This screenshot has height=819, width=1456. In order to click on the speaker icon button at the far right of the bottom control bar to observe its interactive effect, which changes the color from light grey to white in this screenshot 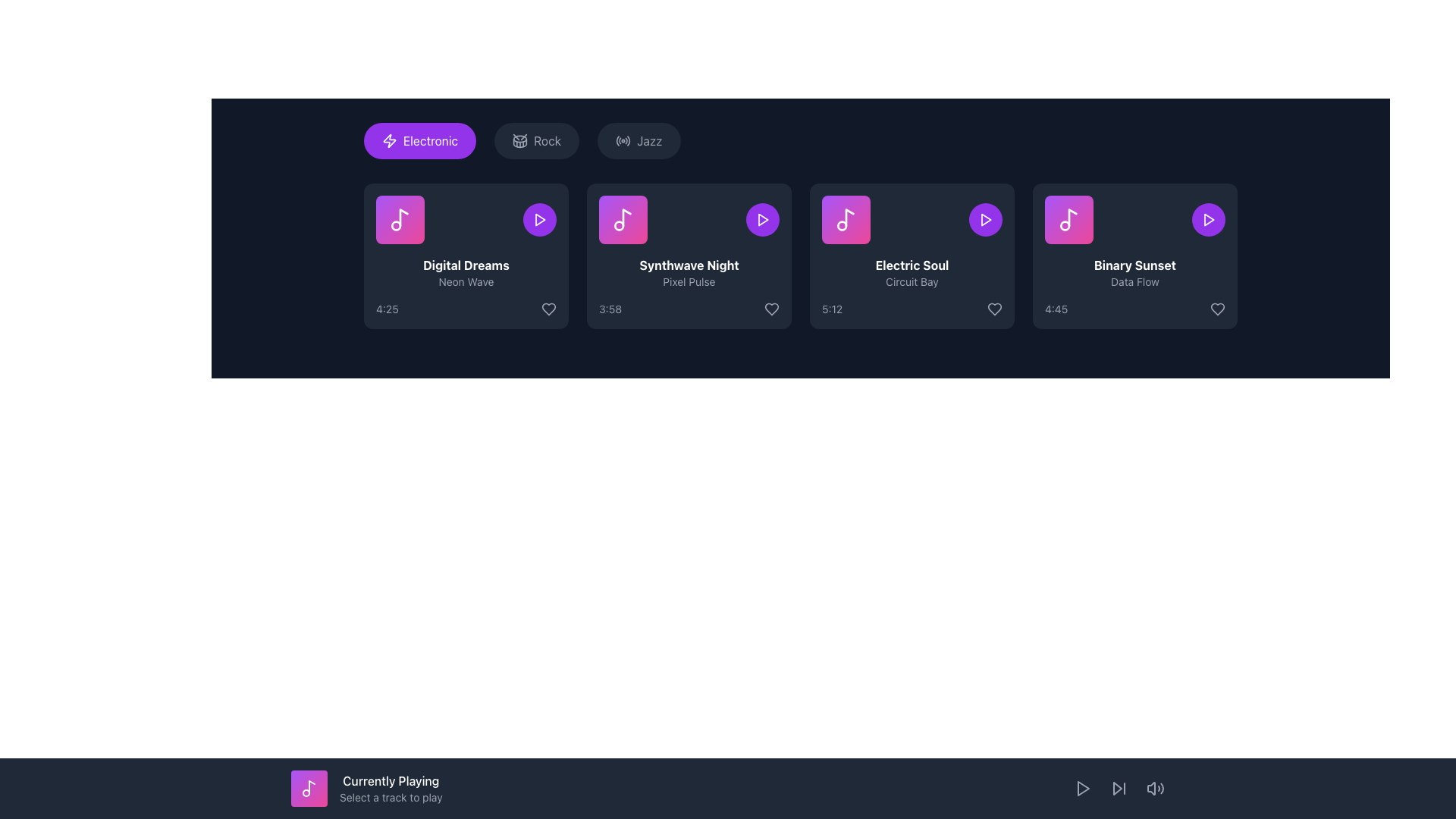, I will do `click(1154, 788)`.